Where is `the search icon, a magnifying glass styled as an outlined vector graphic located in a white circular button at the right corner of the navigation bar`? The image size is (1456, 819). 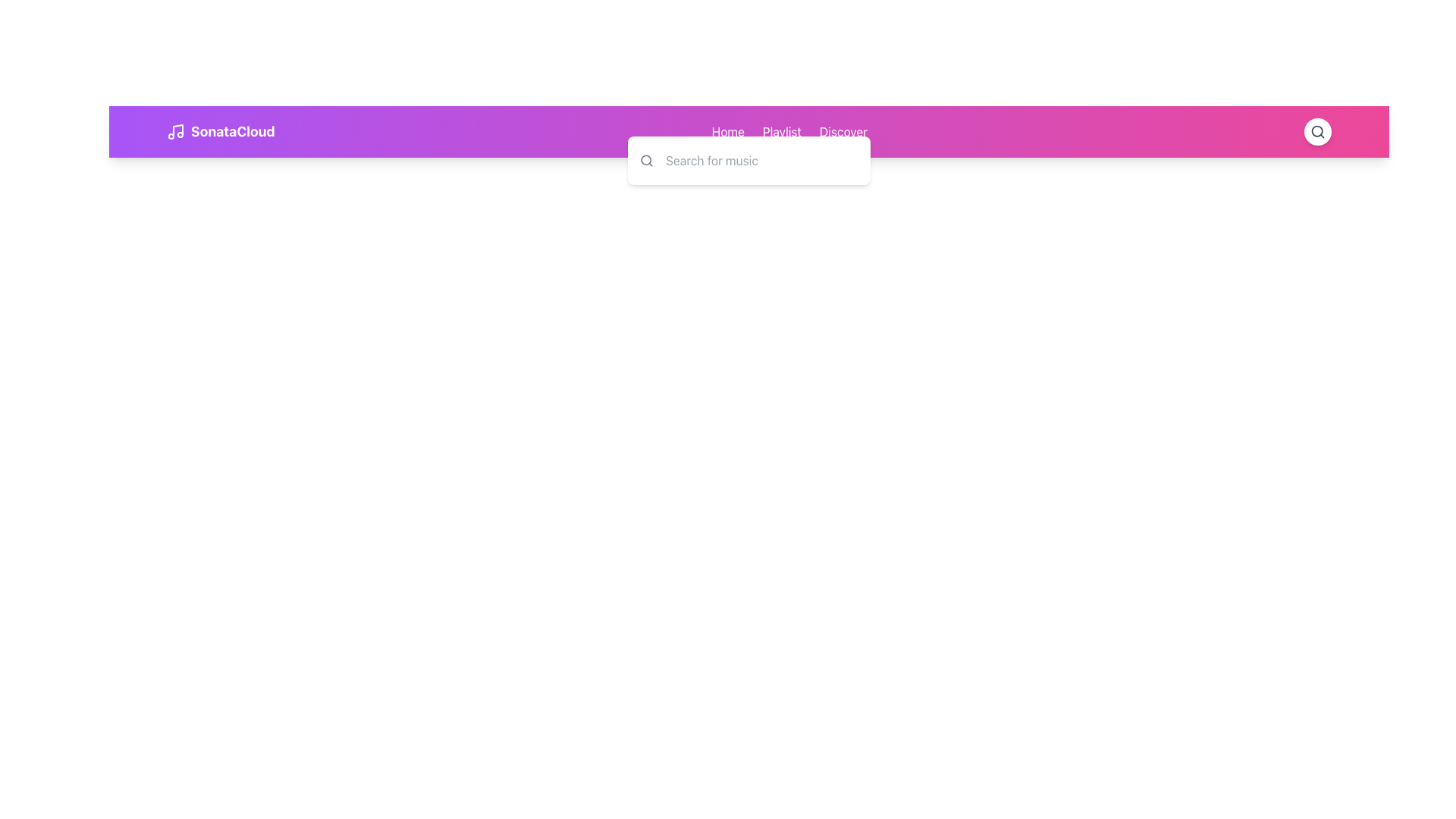 the search icon, a magnifying glass styled as an outlined vector graphic located in a white circular button at the right corner of the navigation bar is located at coordinates (1316, 130).